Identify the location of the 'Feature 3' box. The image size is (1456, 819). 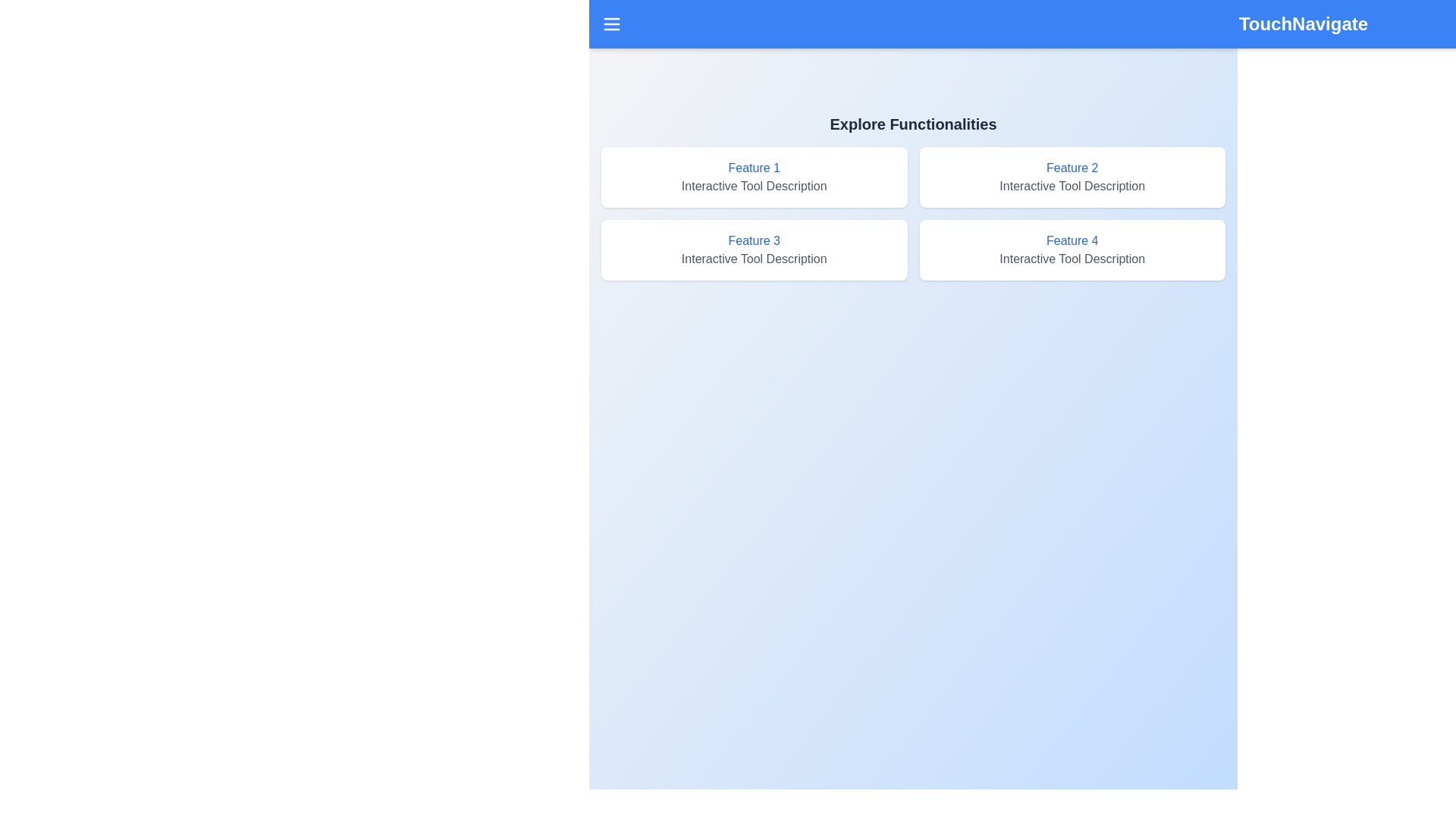
(754, 249).